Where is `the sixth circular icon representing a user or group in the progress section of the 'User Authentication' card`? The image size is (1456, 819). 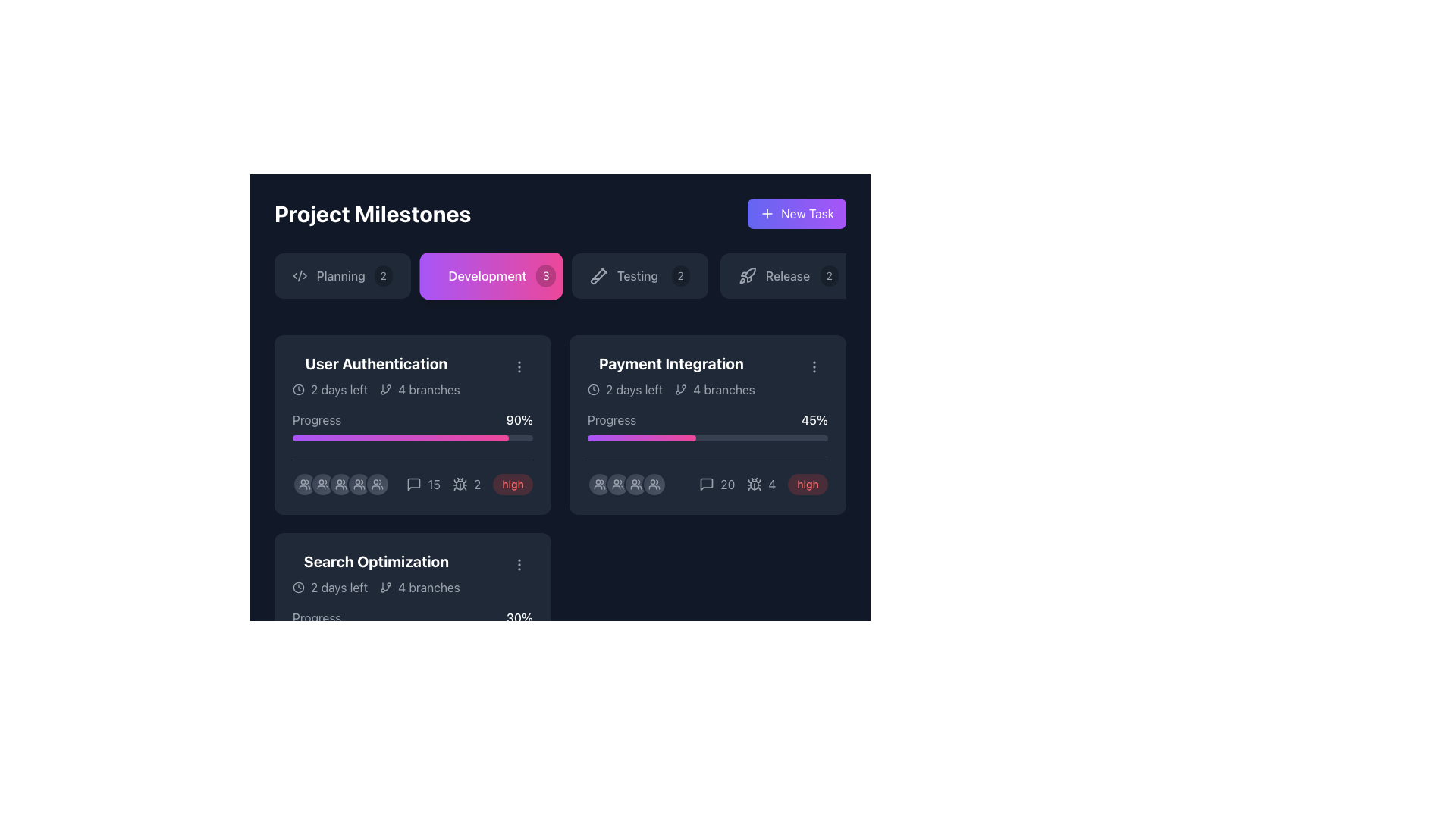
the sixth circular icon representing a user or group in the progress section of the 'User Authentication' card is located at coordinates (378, 485).